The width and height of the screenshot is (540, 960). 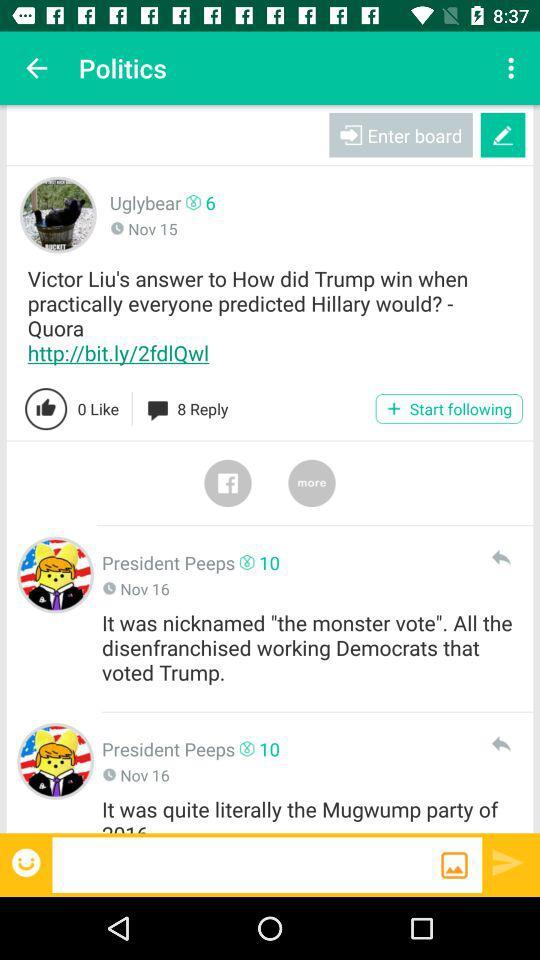 What do you see at coordinates (246, 863) in the screenshot?
I see `type reply` at bounding box center [246, 863].